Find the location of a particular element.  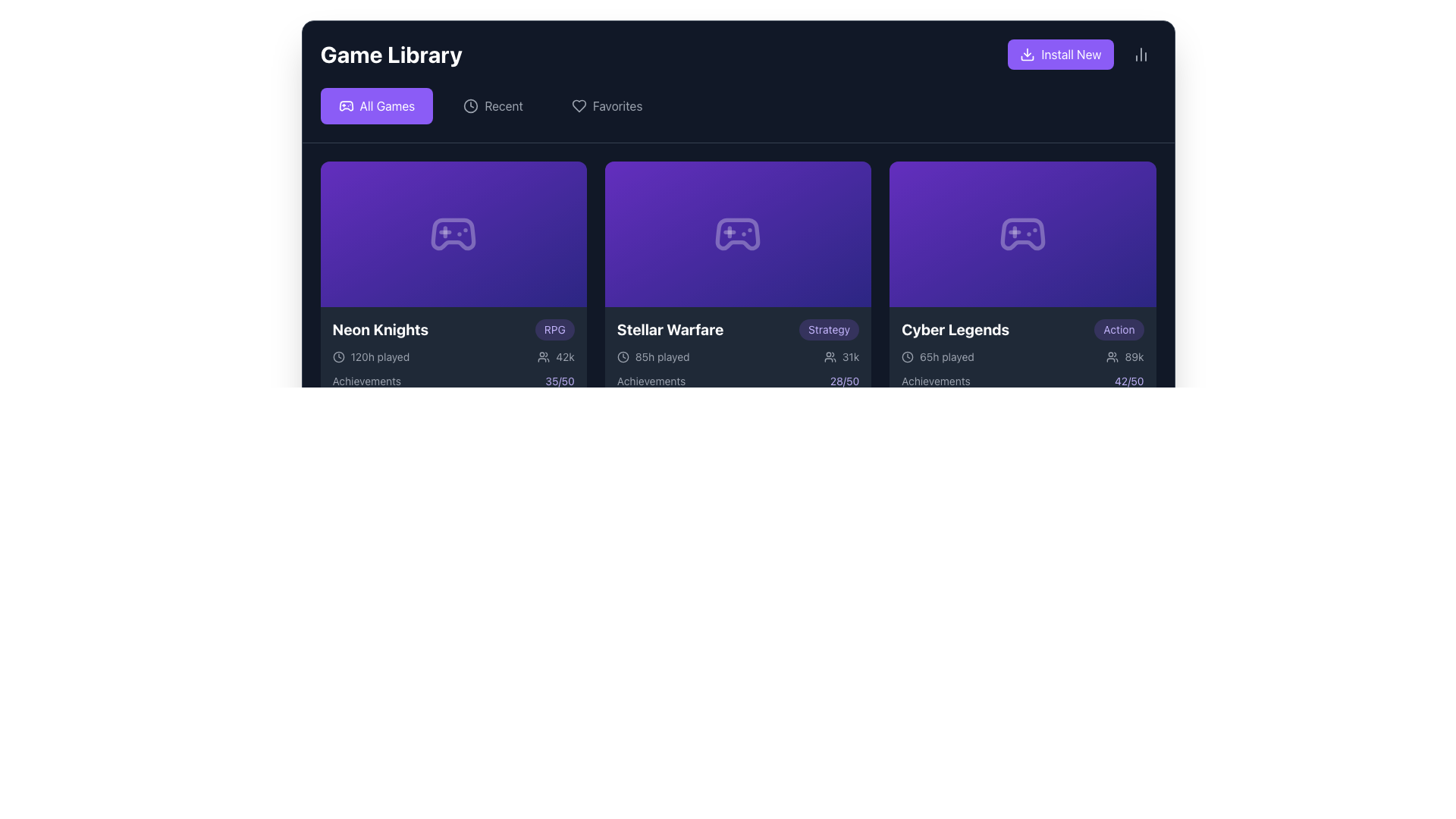

the time-related icon in the Game Library section, which precedes the '120h played' text is located at coordinates (337, 356).